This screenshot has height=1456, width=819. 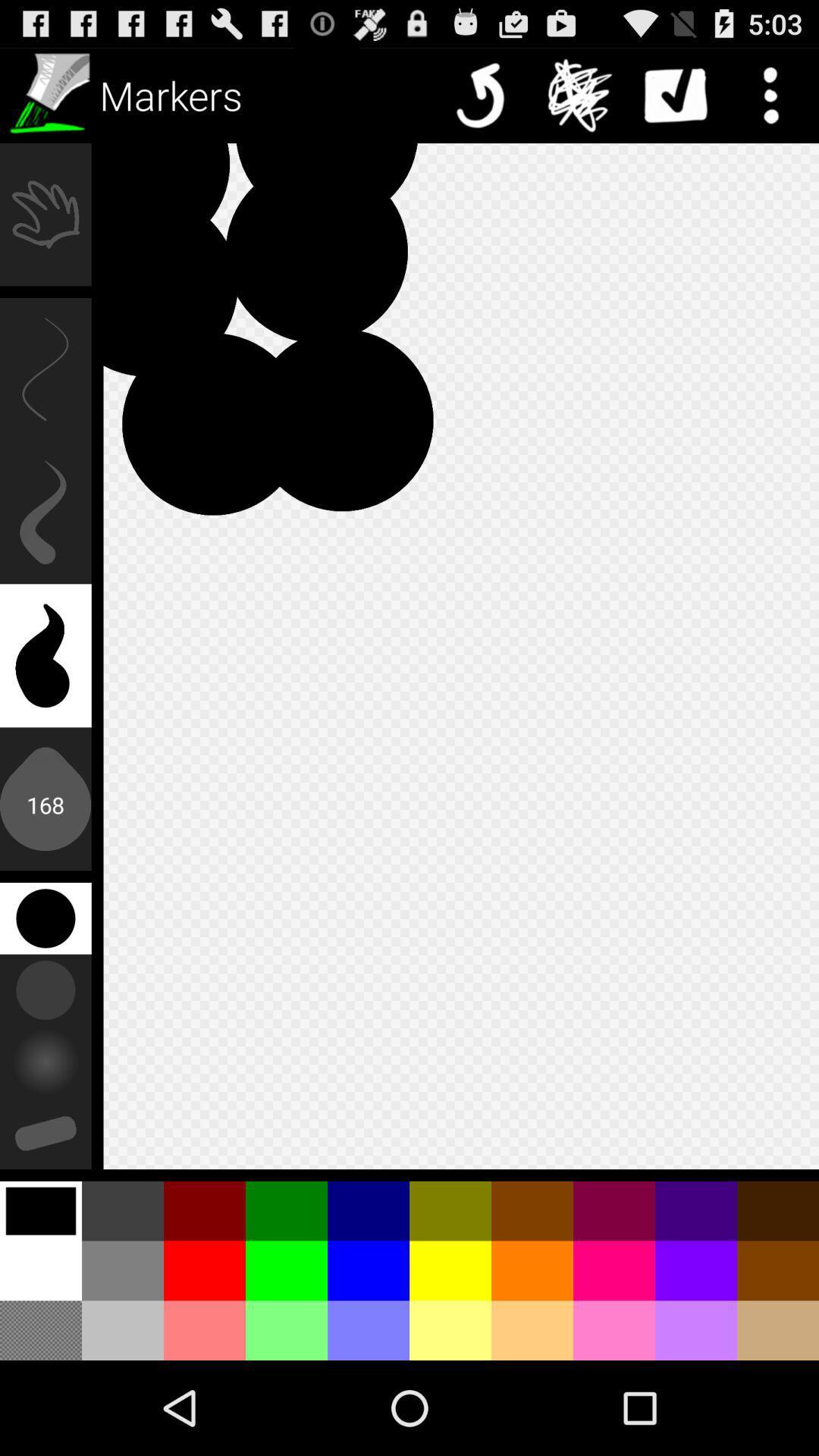 I want to click on the undo icon, so click(x=485, y=94).